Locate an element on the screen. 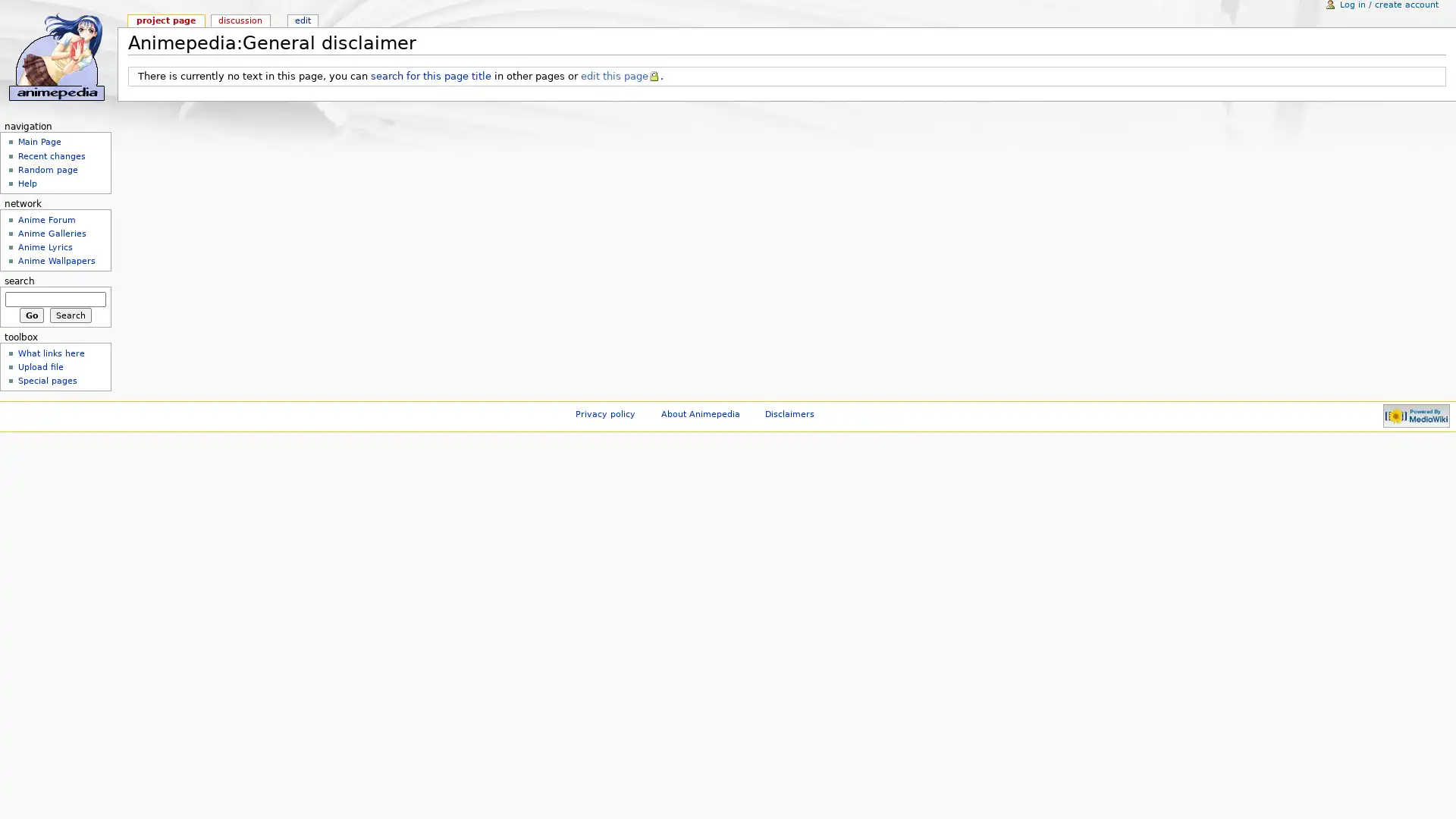  Search is located at coordinates (70, 315).